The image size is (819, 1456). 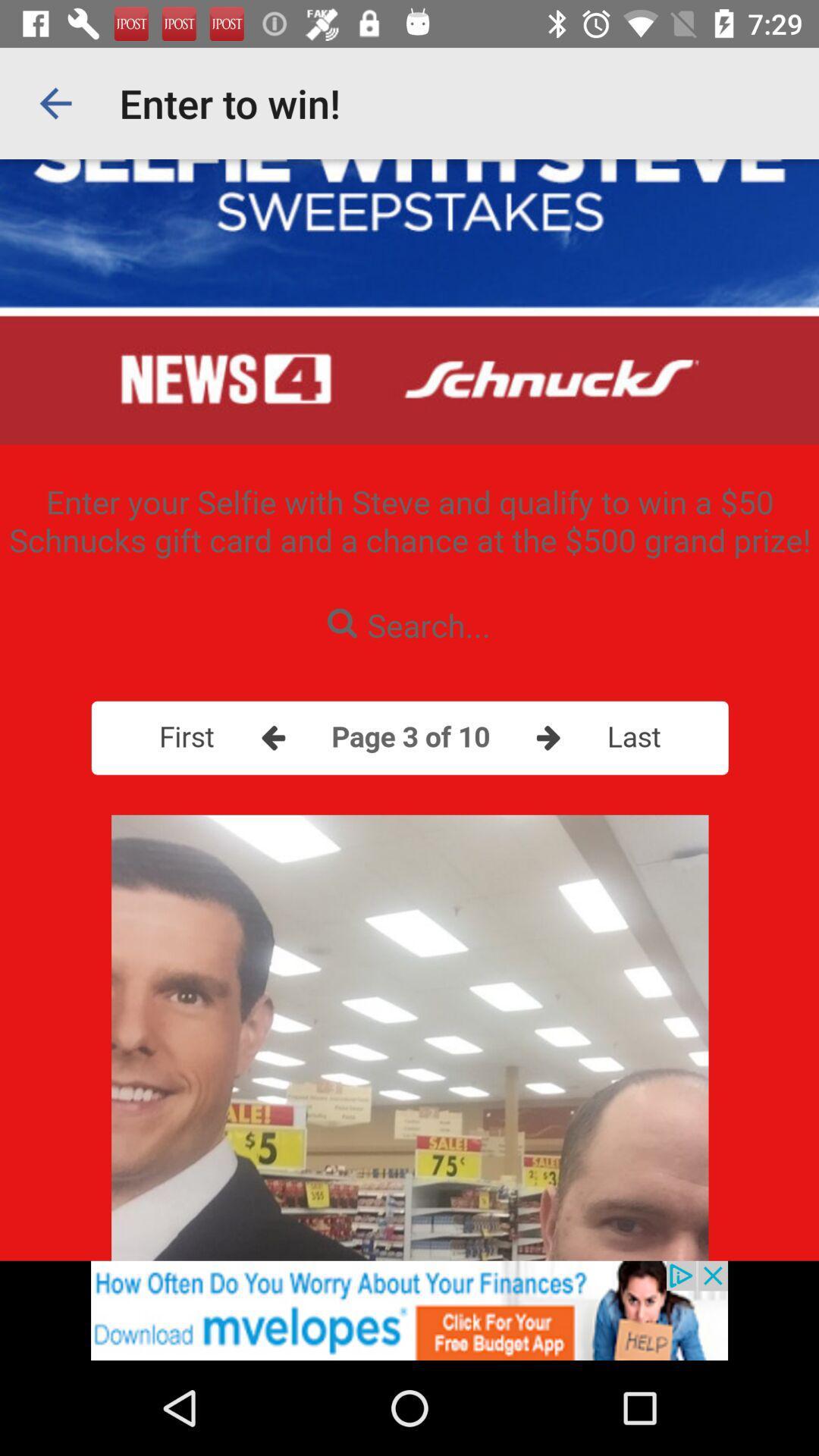 I want to click on advertisement page, so click(x=409, y=1310).